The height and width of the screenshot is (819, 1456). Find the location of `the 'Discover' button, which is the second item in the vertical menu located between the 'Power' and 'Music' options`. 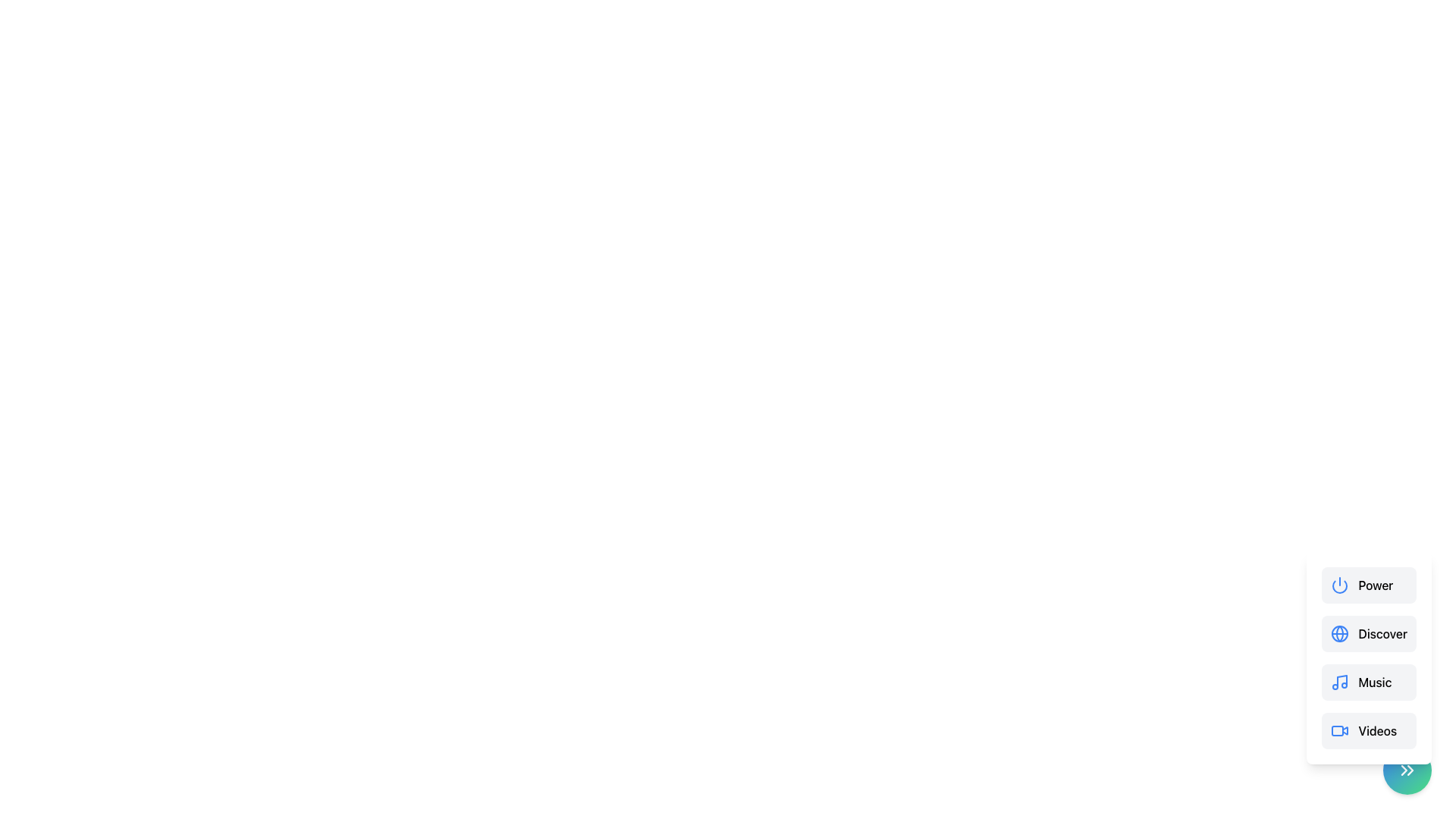

the 'Discover' button, which is the second item in the vertical menu located between the 'Power' and 'Music' options is located at coordinates (1369, 634).